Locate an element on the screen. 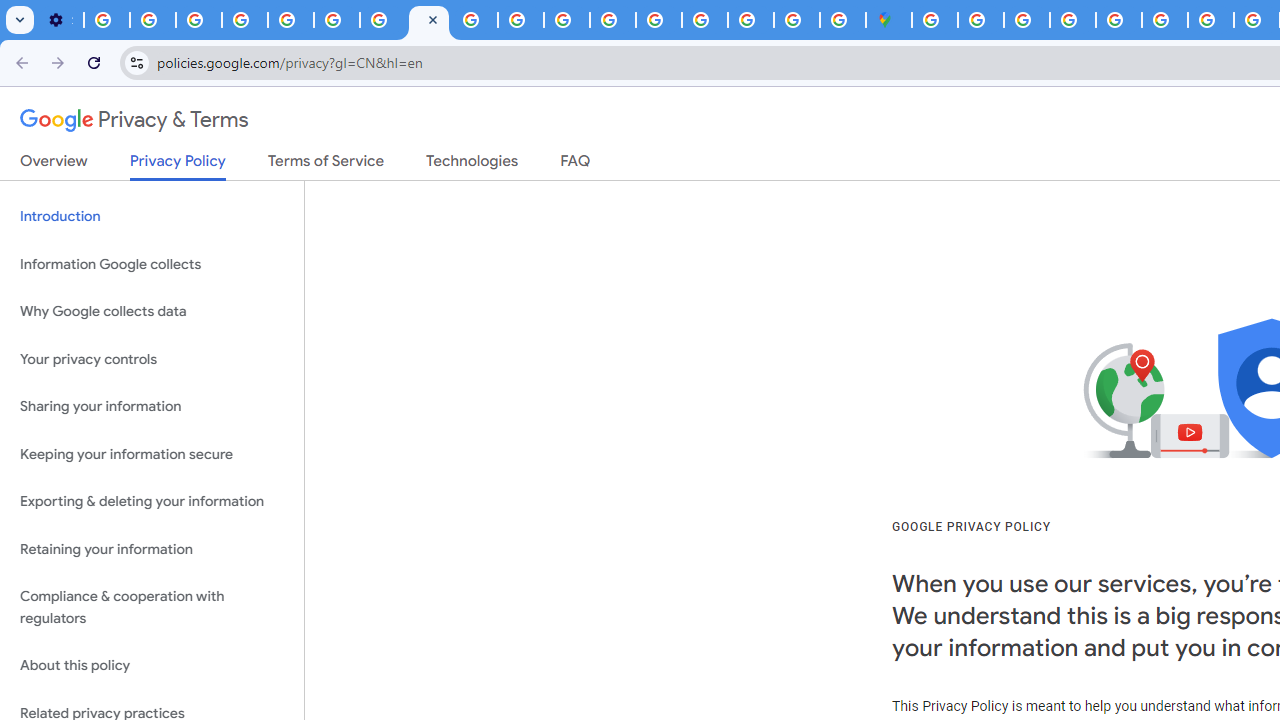  'Sharing your information' is located at coordinates (151, 406).